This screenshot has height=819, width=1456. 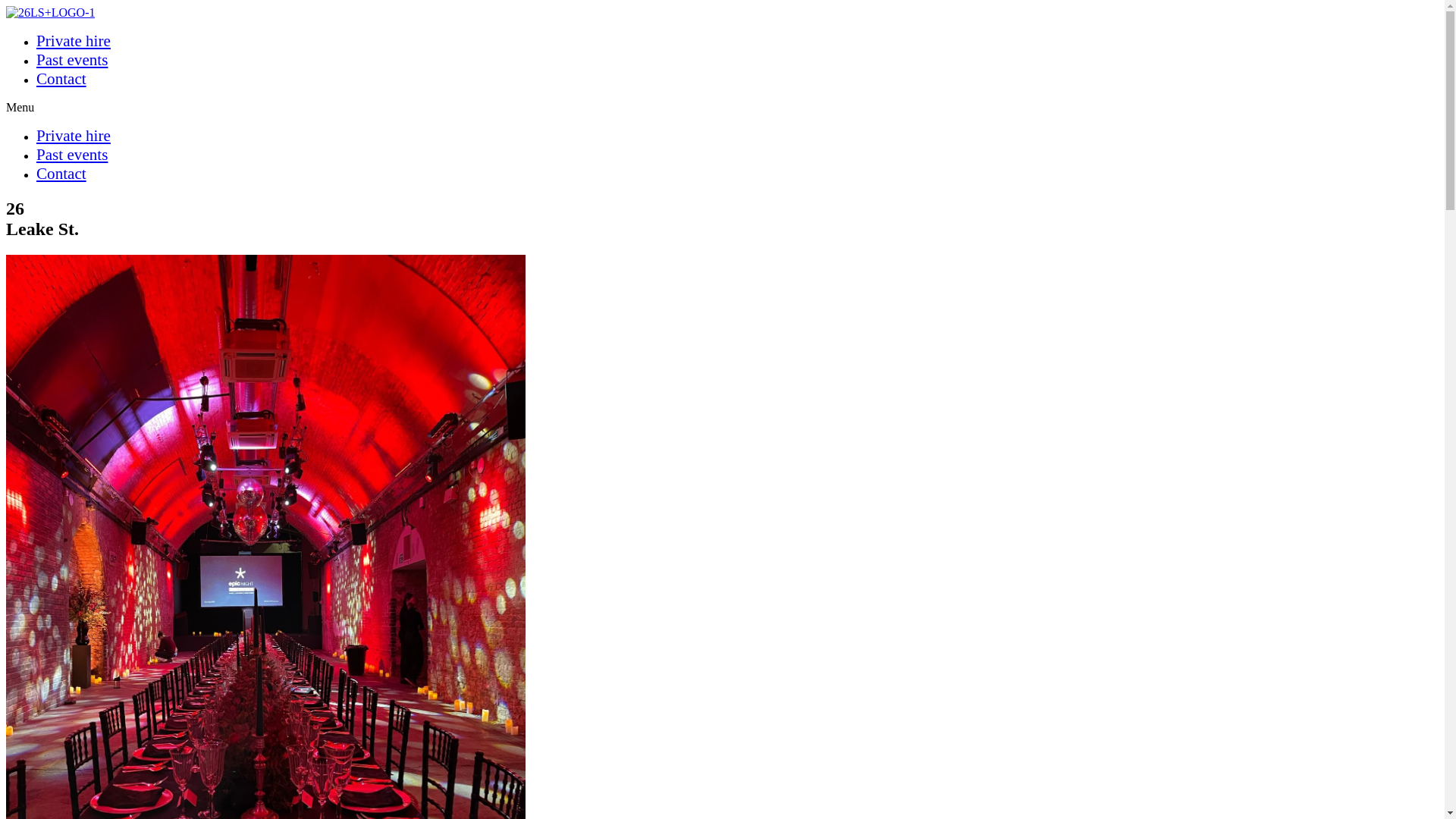 I want to click on 'Past events', so click(x=71, y=155).